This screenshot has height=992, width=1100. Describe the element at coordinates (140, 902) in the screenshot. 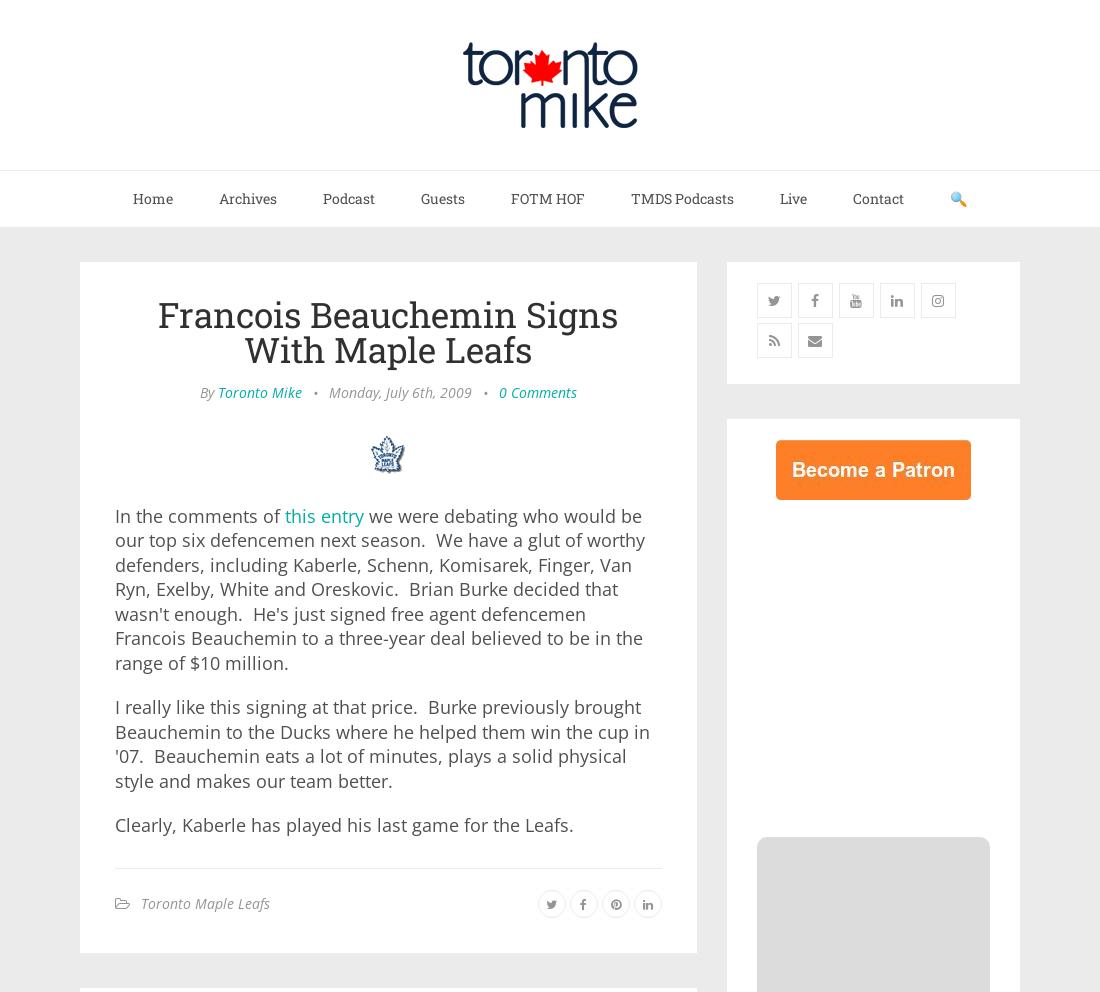

I see `'Toronto Maple Leafs'` at that location.